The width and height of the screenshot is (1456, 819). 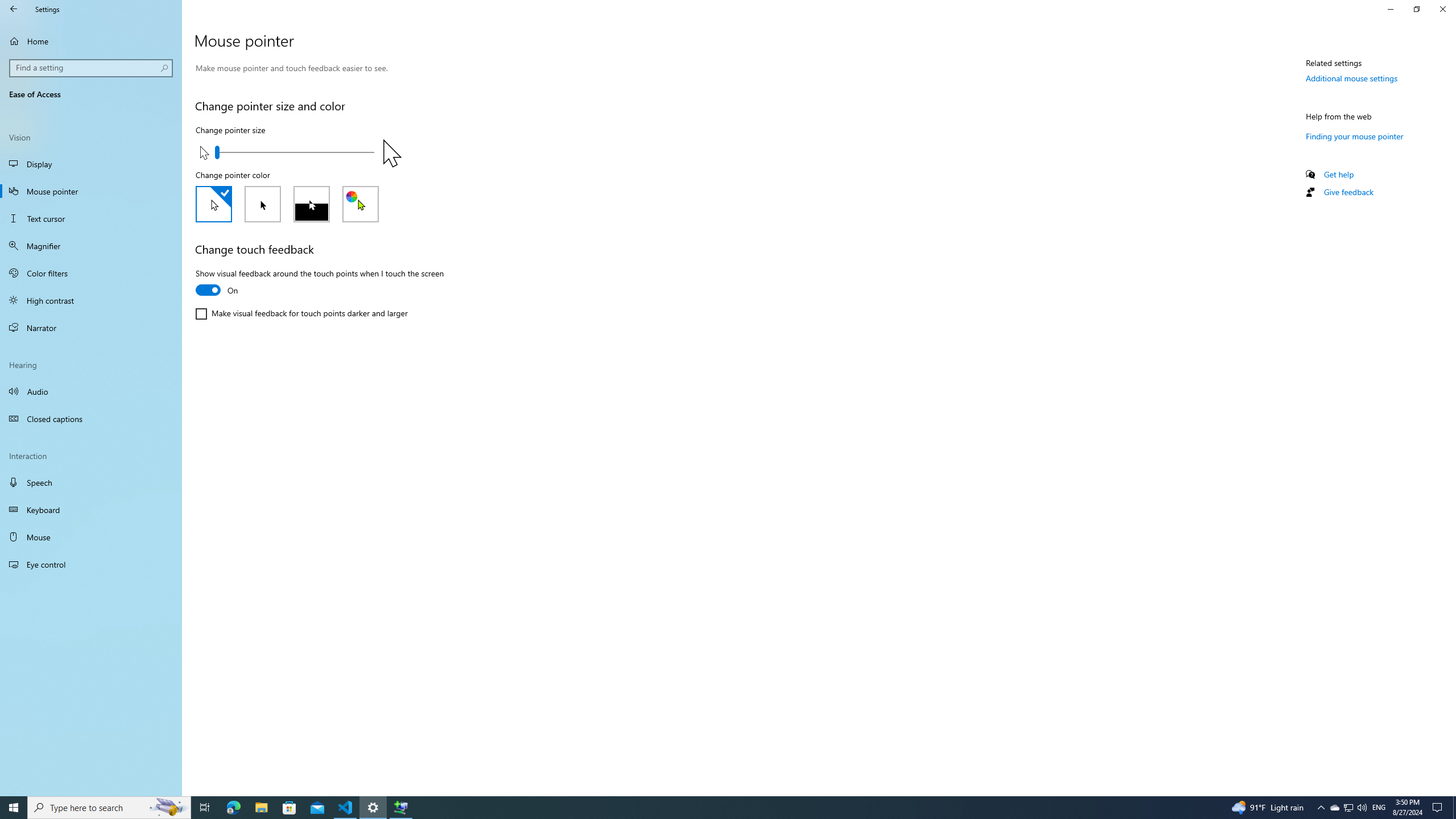 I want to click on 'Closed captions', so click(x=90, y=418).